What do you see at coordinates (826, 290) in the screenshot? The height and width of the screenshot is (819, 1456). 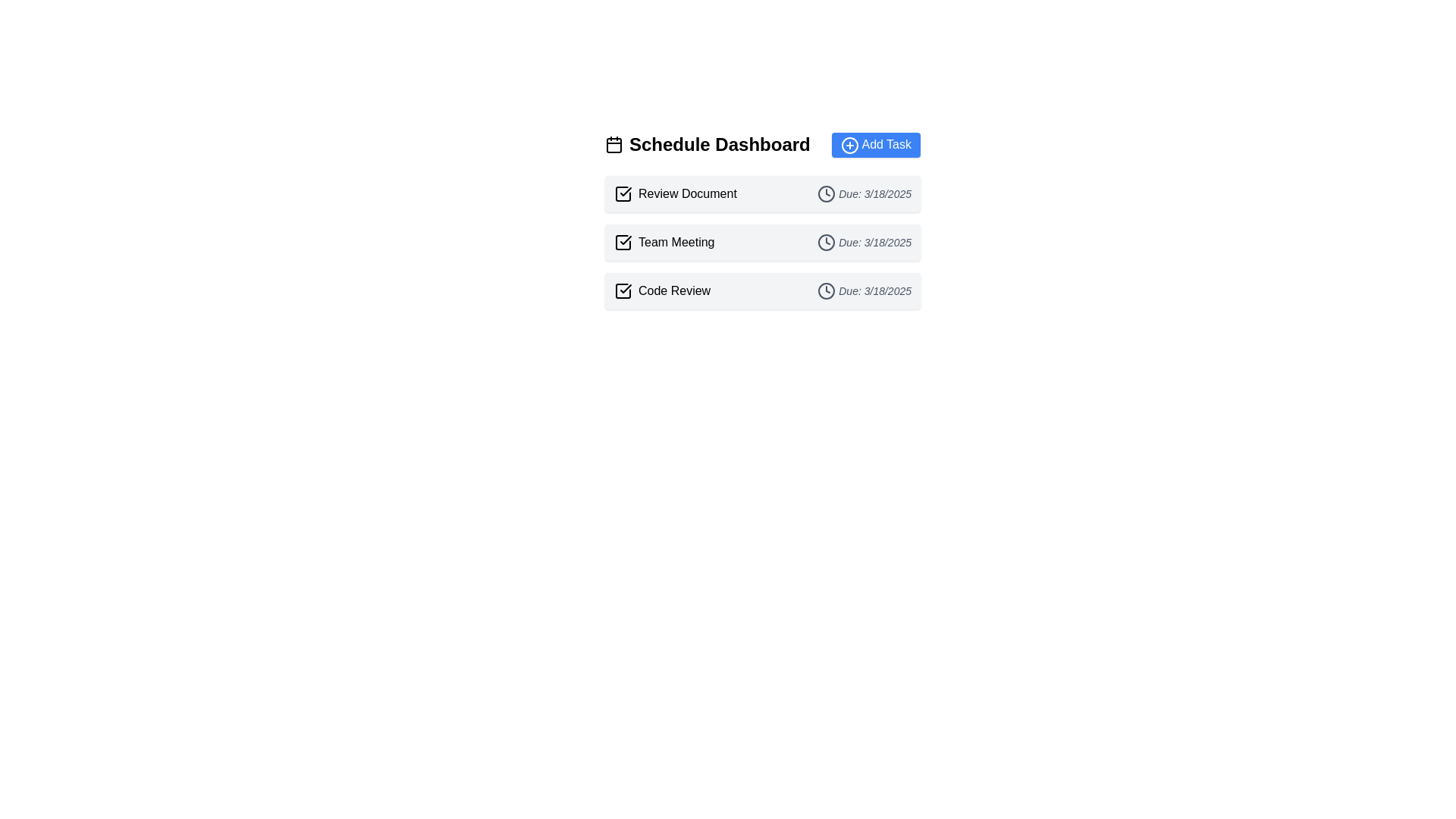 I see `the circular SVG element that is part of the clock icon, located centrally within the icon and to the right of the 'Code Review' task row` at bounding box center [826, 290].